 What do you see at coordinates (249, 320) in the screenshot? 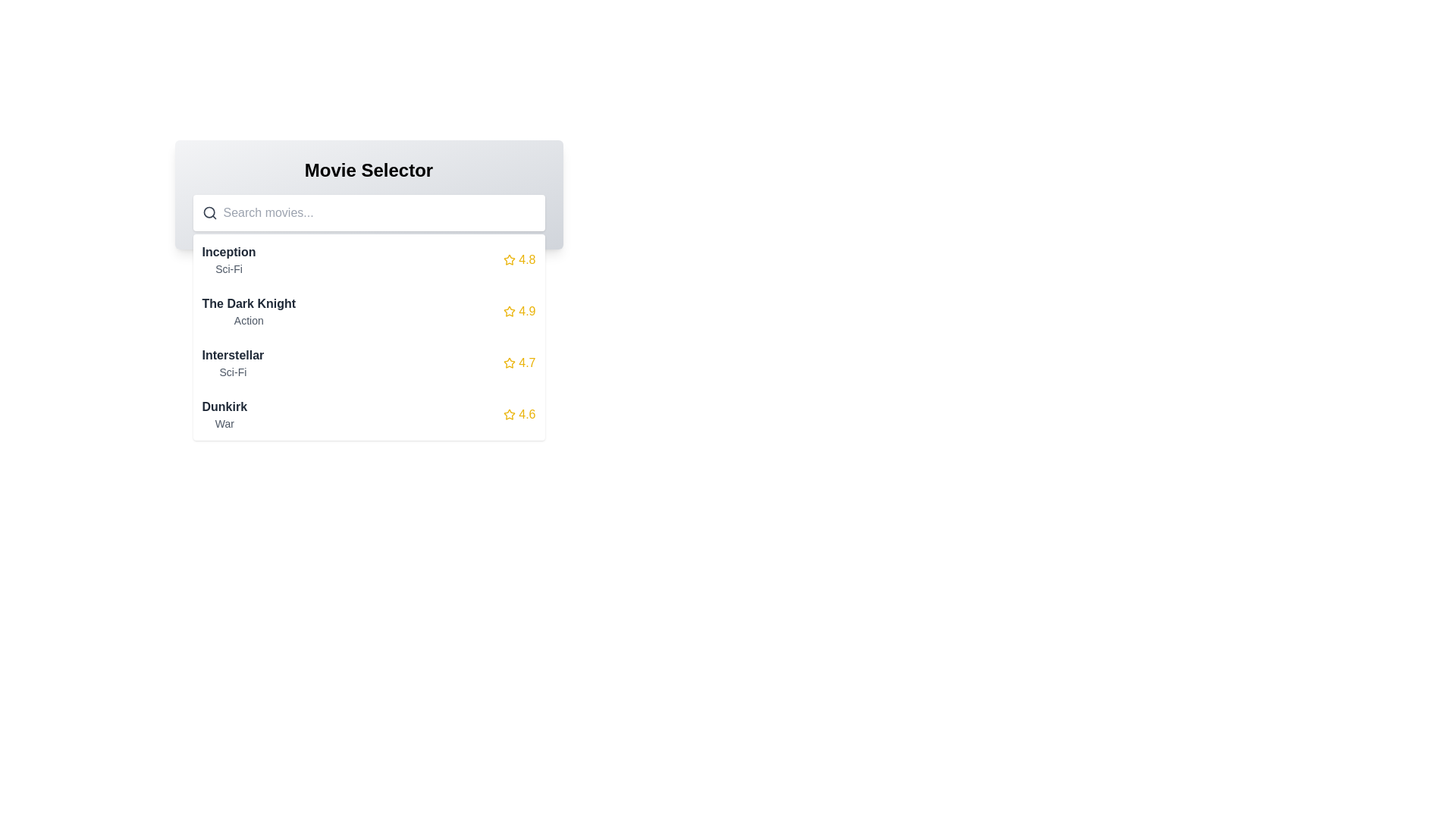
I see `the text label describing the genre of the movie 'The Dark Knight', located below its title in the 'Movie Selector' section` at bounding box center [249, 320].